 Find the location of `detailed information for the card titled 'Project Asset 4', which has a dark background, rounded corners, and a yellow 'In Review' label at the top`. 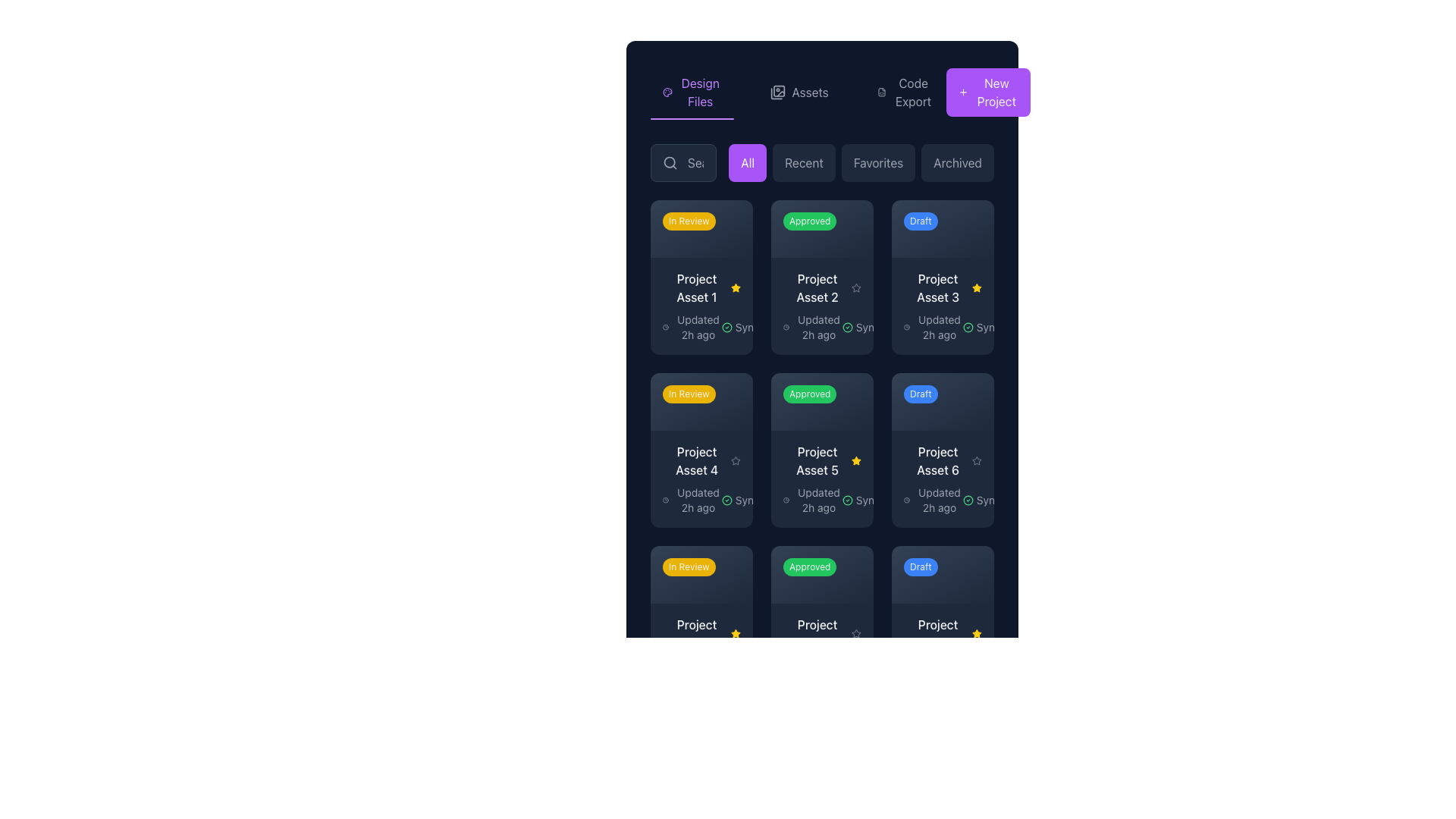

detailed information for the card titled 'Project Asset 4', which has a dark background, rounded corners, and a yellow 'In Review' label at the top is located at coordinates (701, 449).